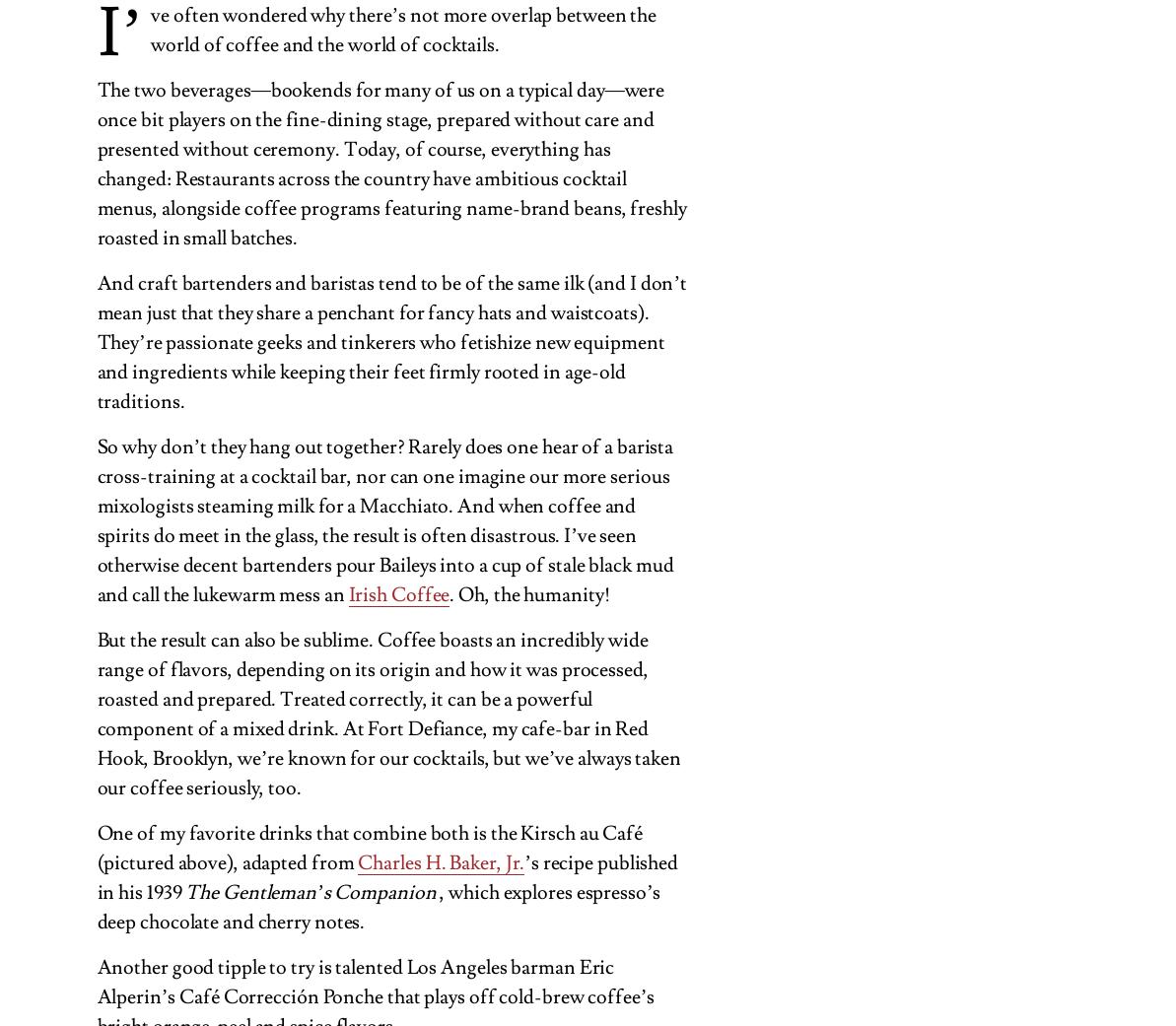 This screenshot has height=1026, width=1176. I want to click on '. Oh, the humanity!', so click(449, 594).